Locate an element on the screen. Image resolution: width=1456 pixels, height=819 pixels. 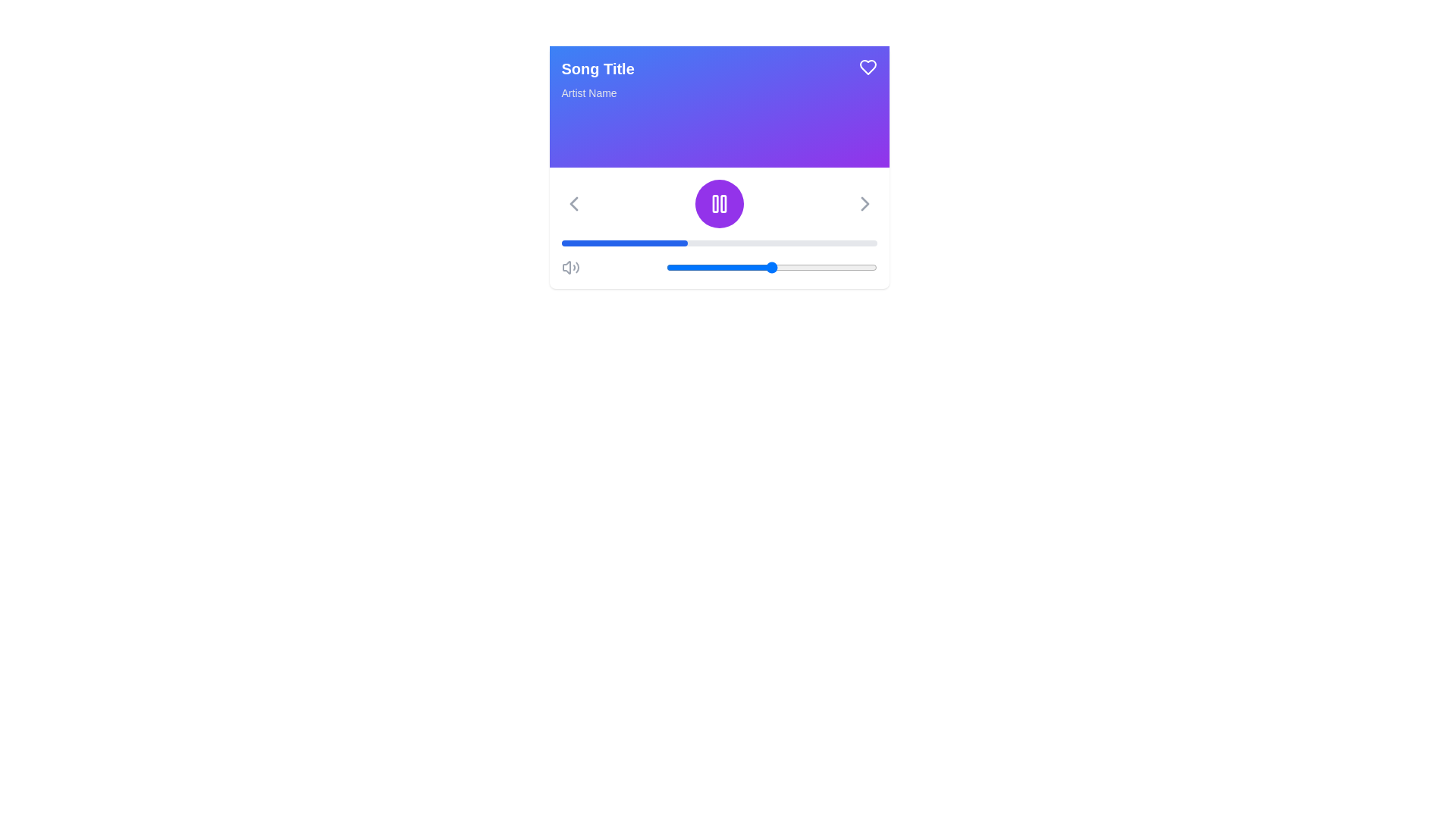
volume is located at coordinates (827, 267).